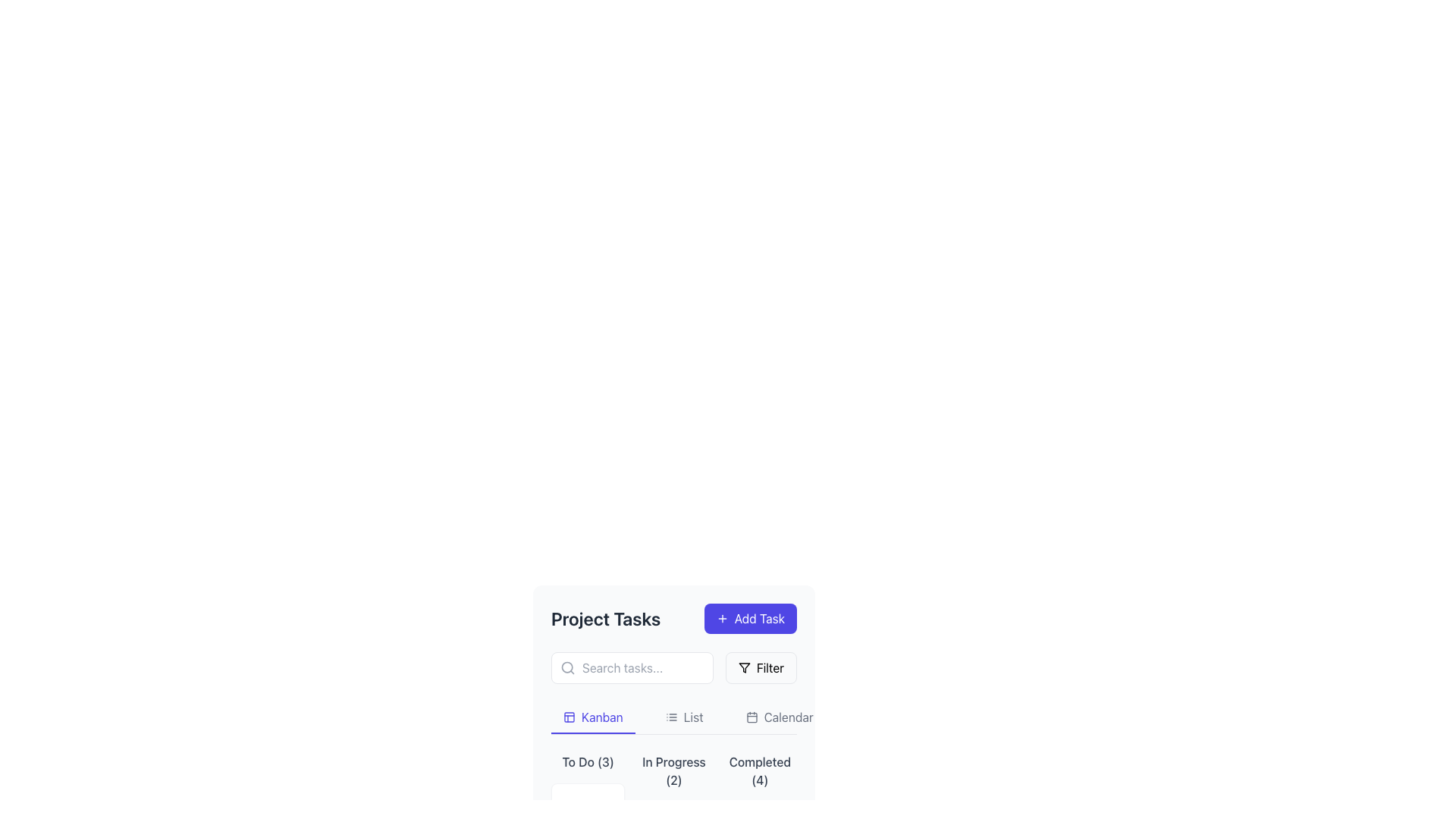  Describe the element at coordinates (750, 619) in the screenshot. I see `the 'Add Task' button` at that location.